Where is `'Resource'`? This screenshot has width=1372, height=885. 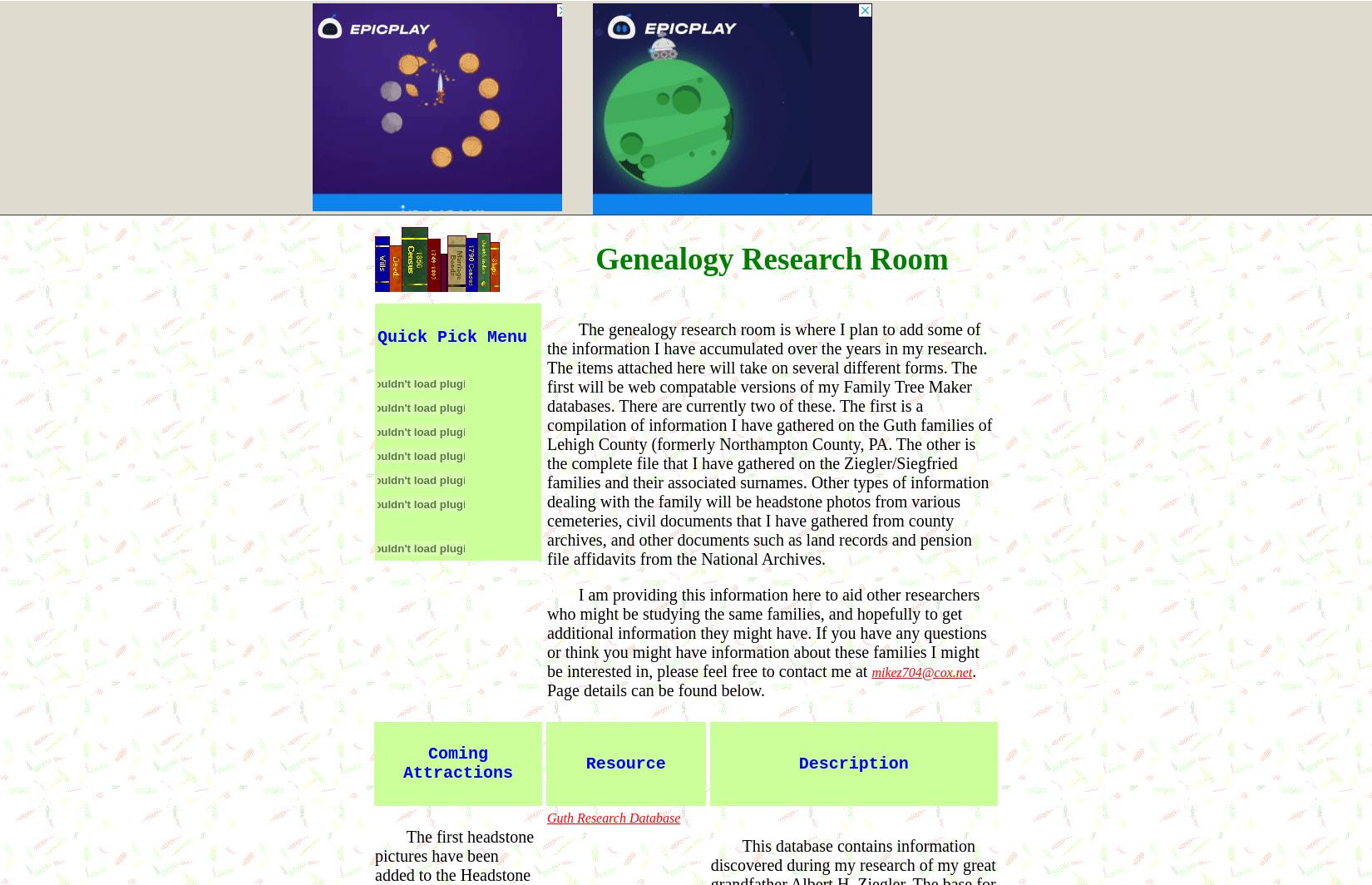 'Resource' is located at coordinates (624, 763).